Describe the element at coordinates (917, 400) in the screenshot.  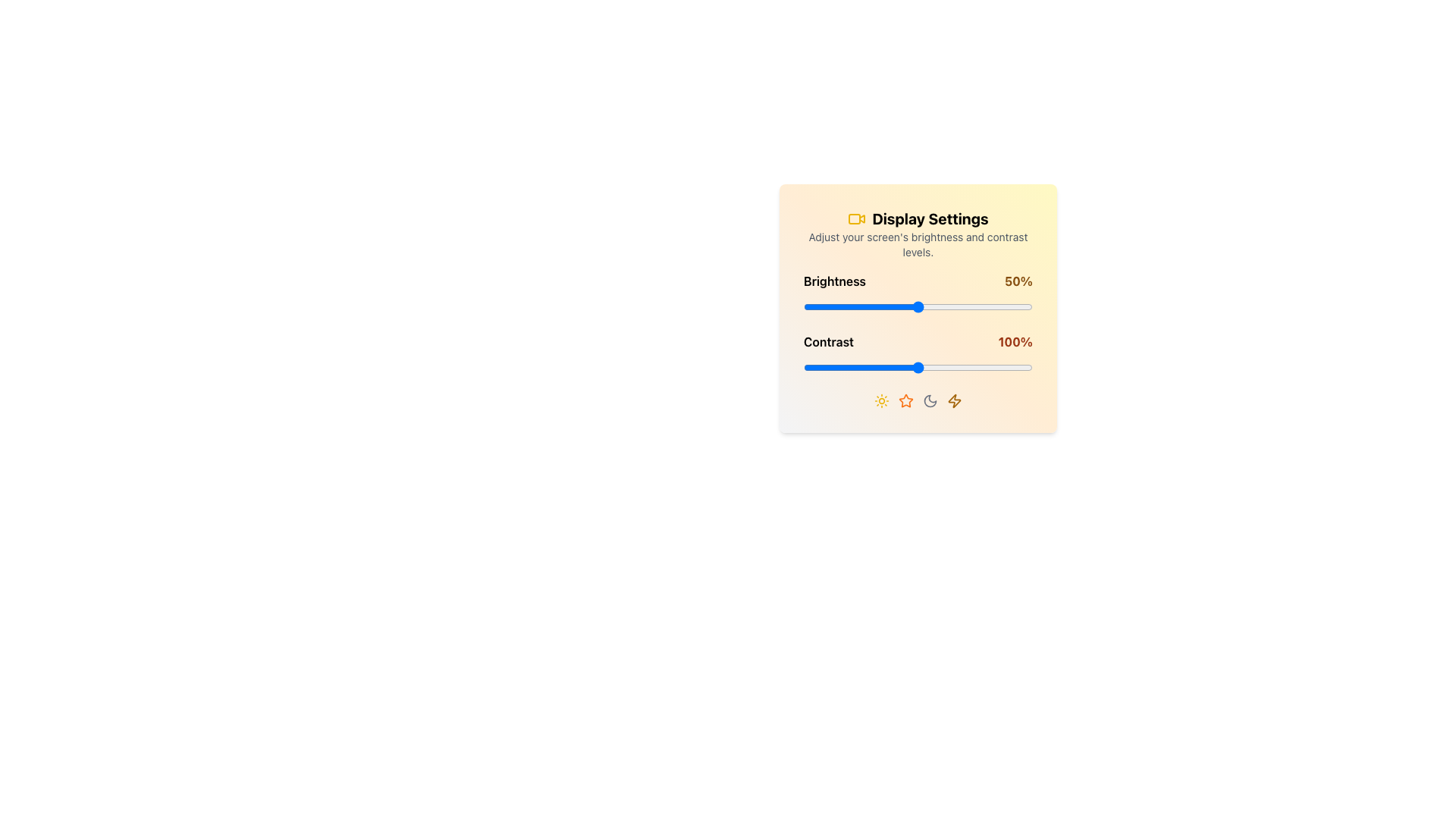
I see `the Icon Group located at the bottom of the card UI, which contains various symbolic icons for different modes or themes` at that location.